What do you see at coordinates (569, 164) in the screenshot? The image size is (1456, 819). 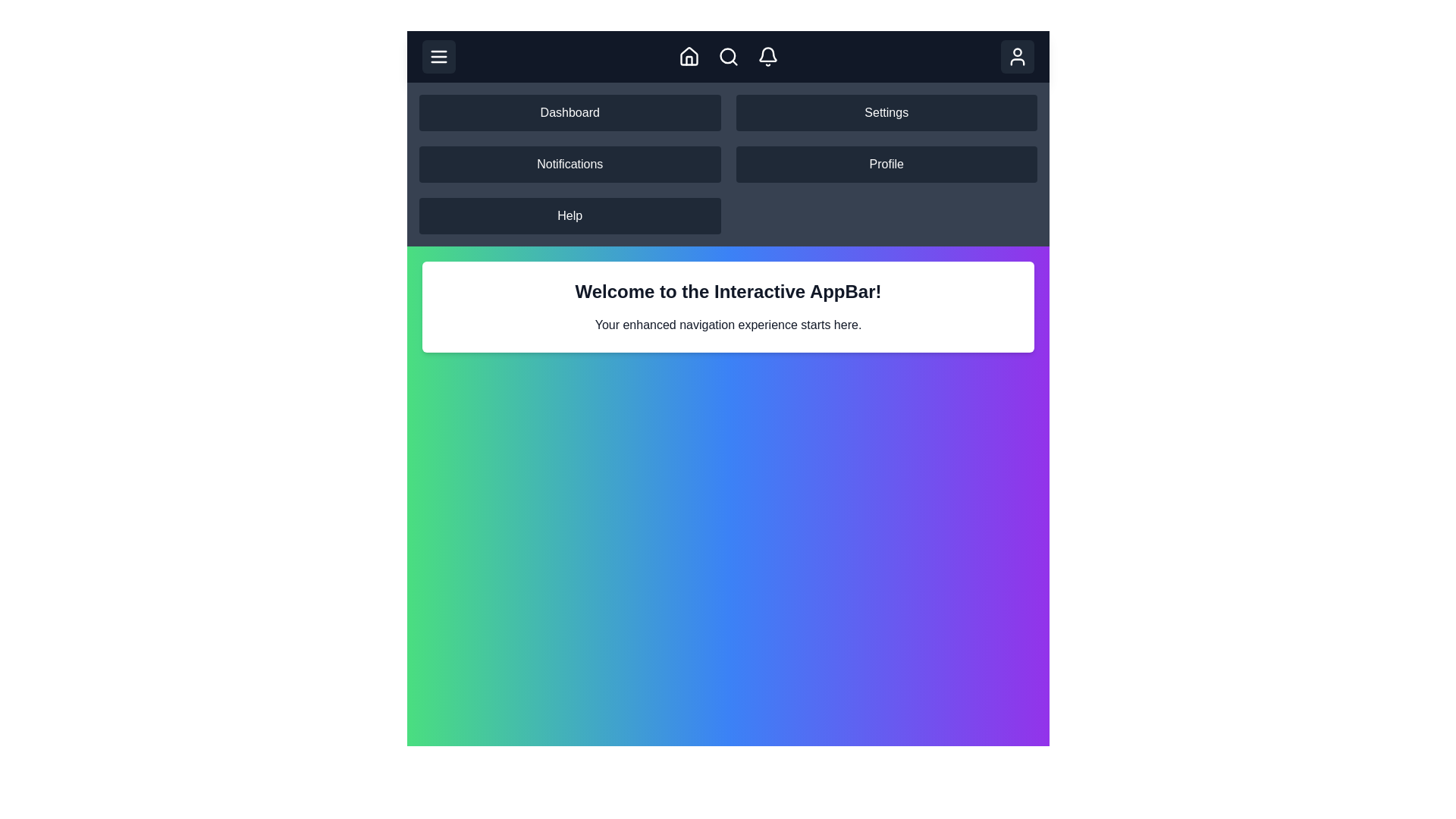 I see `the navigation item Notifications` at bounding box center [569, 164].